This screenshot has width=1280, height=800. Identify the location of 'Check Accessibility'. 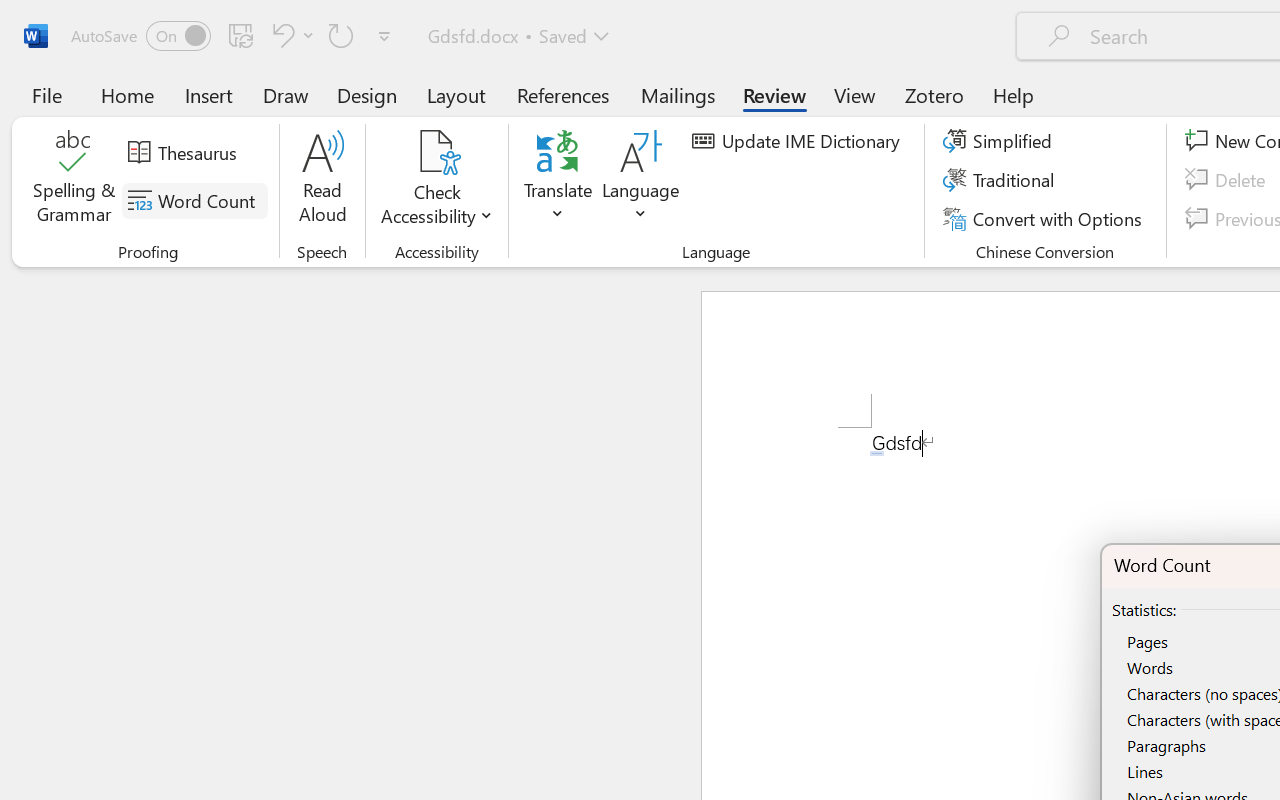
(436, 151).